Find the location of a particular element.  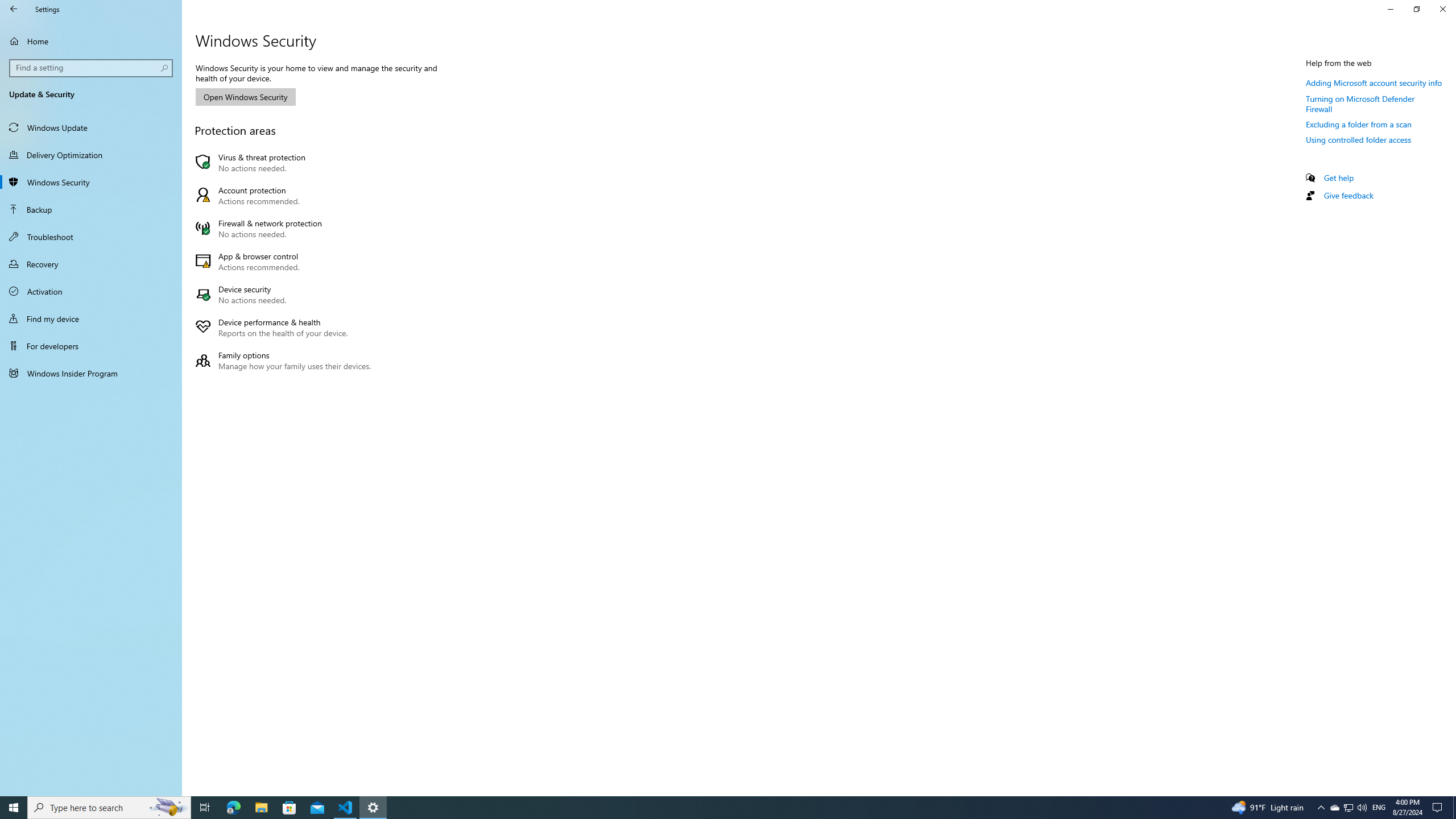

'Troubleshoot' is located at coordinates (90, 236).